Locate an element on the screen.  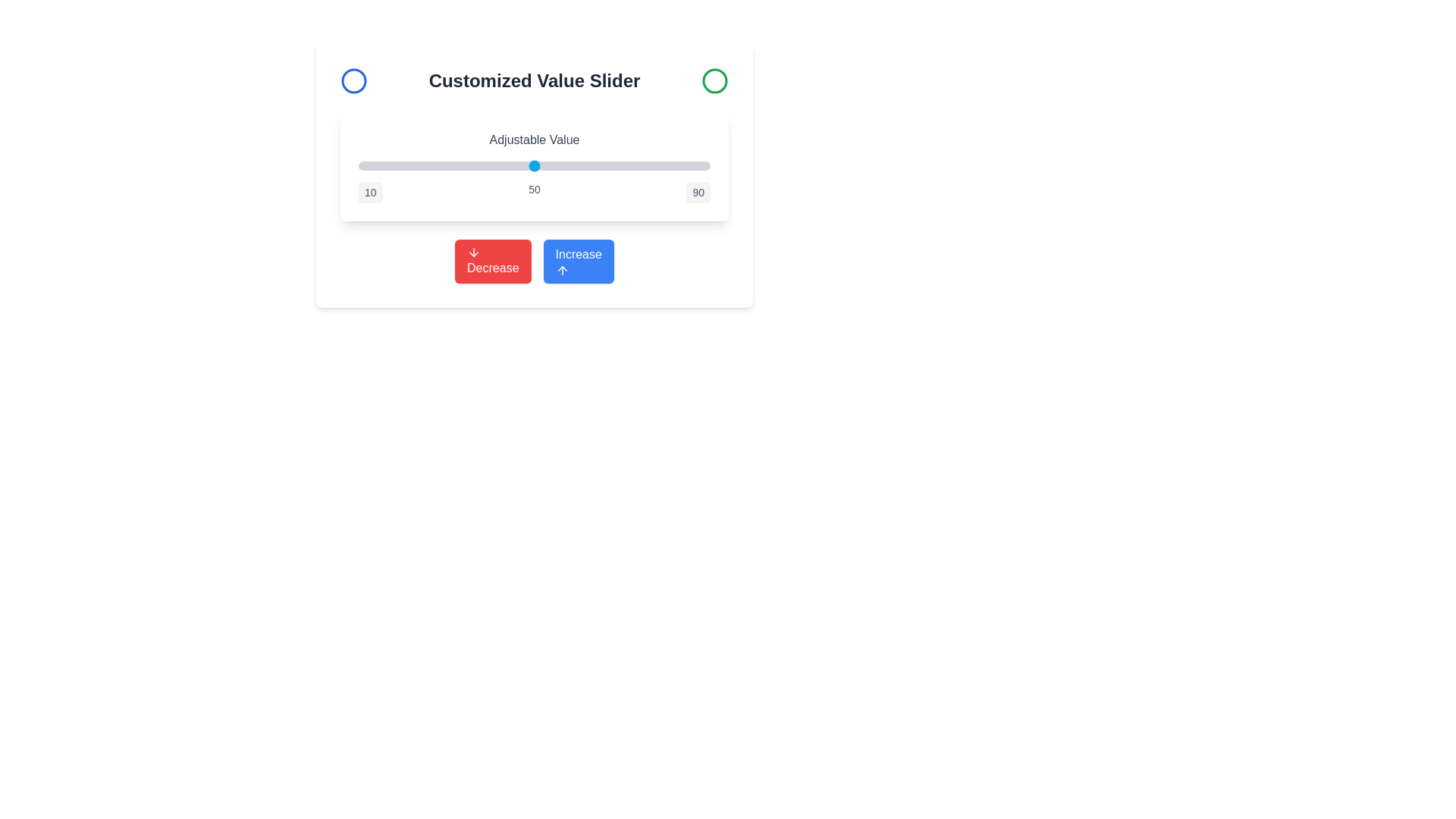
the slider's value is located at coordinates (591, 166).